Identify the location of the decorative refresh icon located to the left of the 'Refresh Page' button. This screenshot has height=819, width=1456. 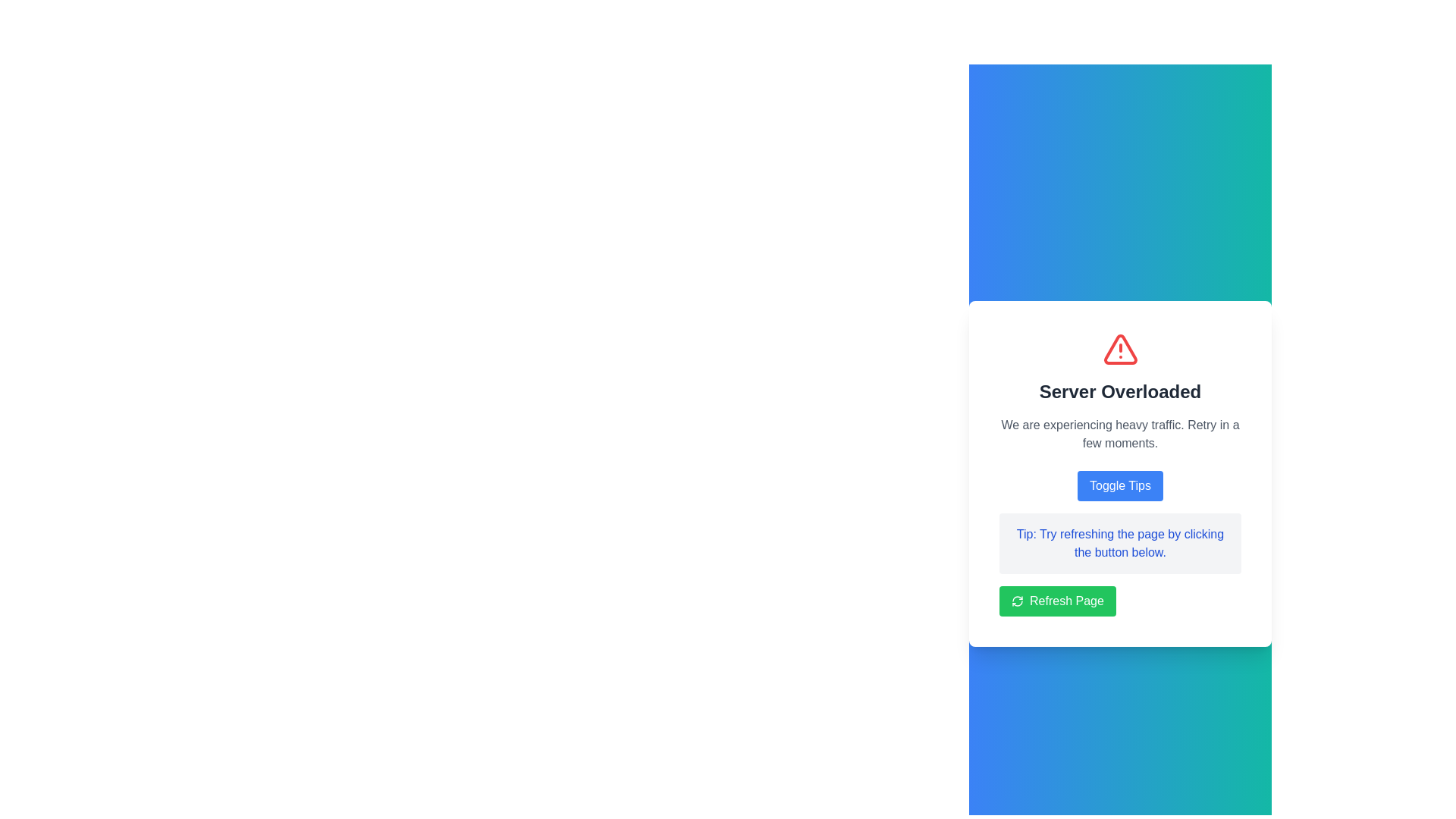
(1018, 601).